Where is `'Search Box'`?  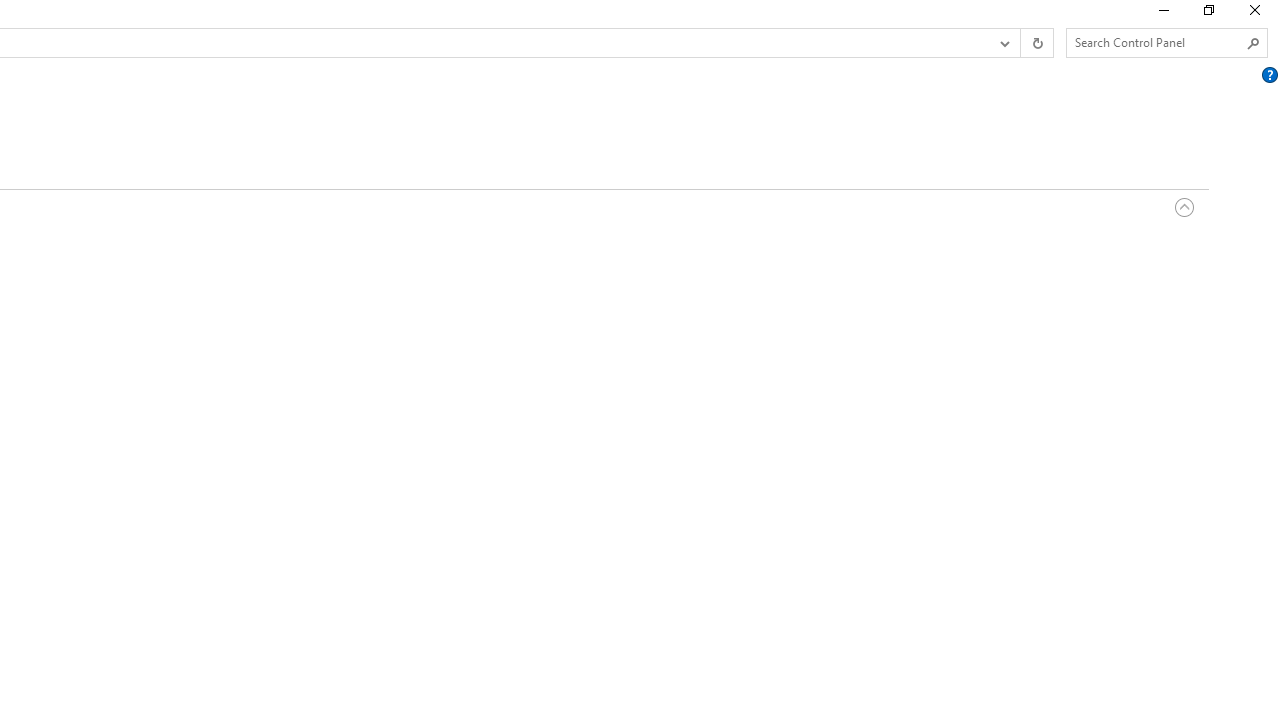 'Search Box' is located at coordinates (1157, 42).